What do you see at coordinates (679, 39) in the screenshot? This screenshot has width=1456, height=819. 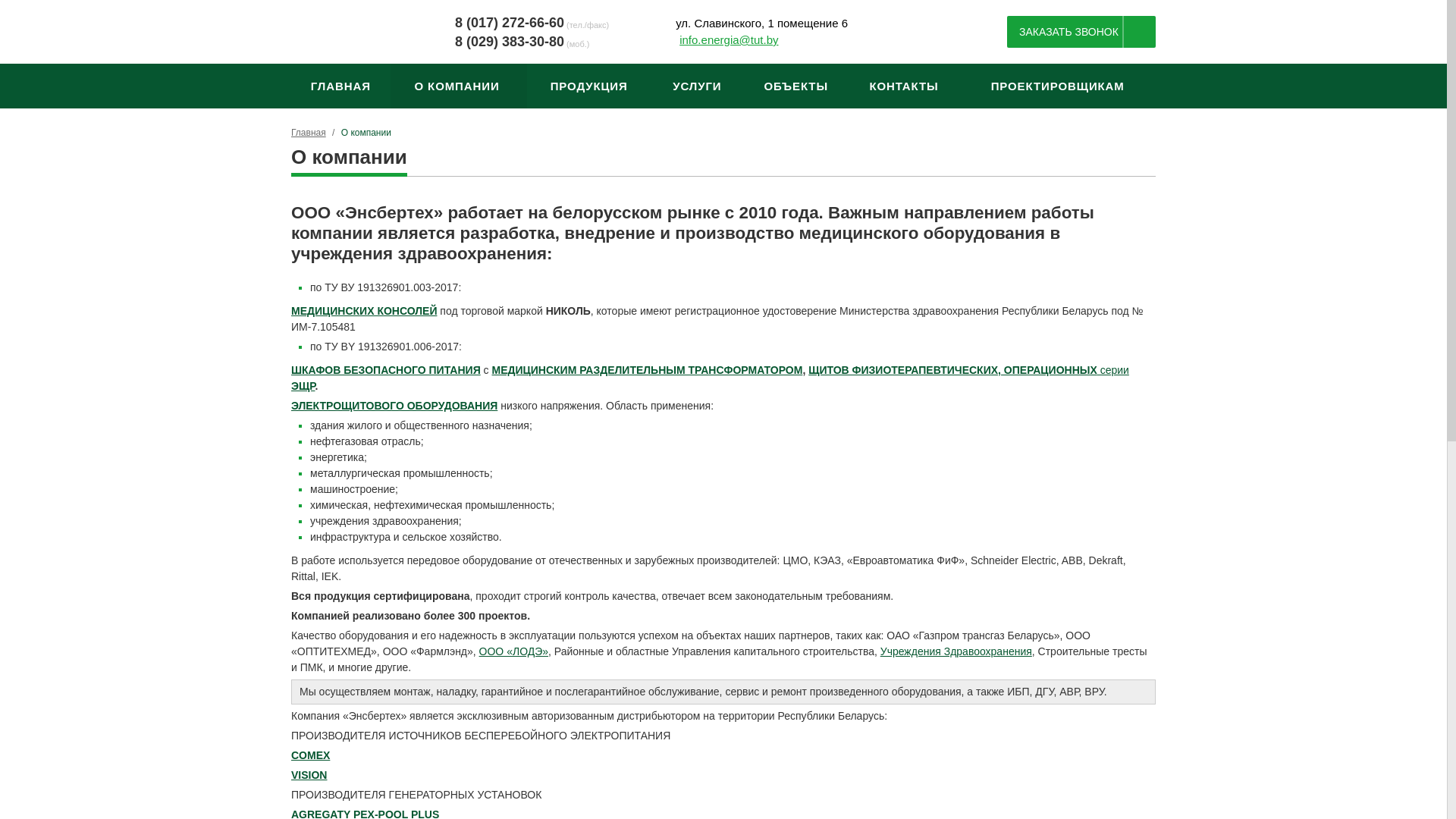 I see `'info.energia@tut.by'` at bounding box center [679, 39].